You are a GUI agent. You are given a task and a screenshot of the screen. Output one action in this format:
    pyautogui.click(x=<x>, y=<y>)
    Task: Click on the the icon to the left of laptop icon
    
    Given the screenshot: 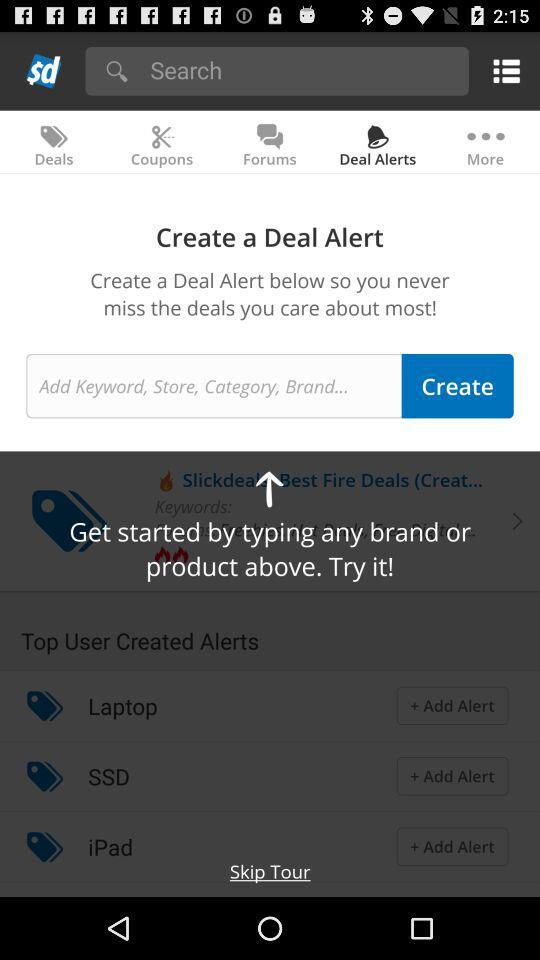 What is the action you would take?
    pyautogui.click(x=44, y=705)
    